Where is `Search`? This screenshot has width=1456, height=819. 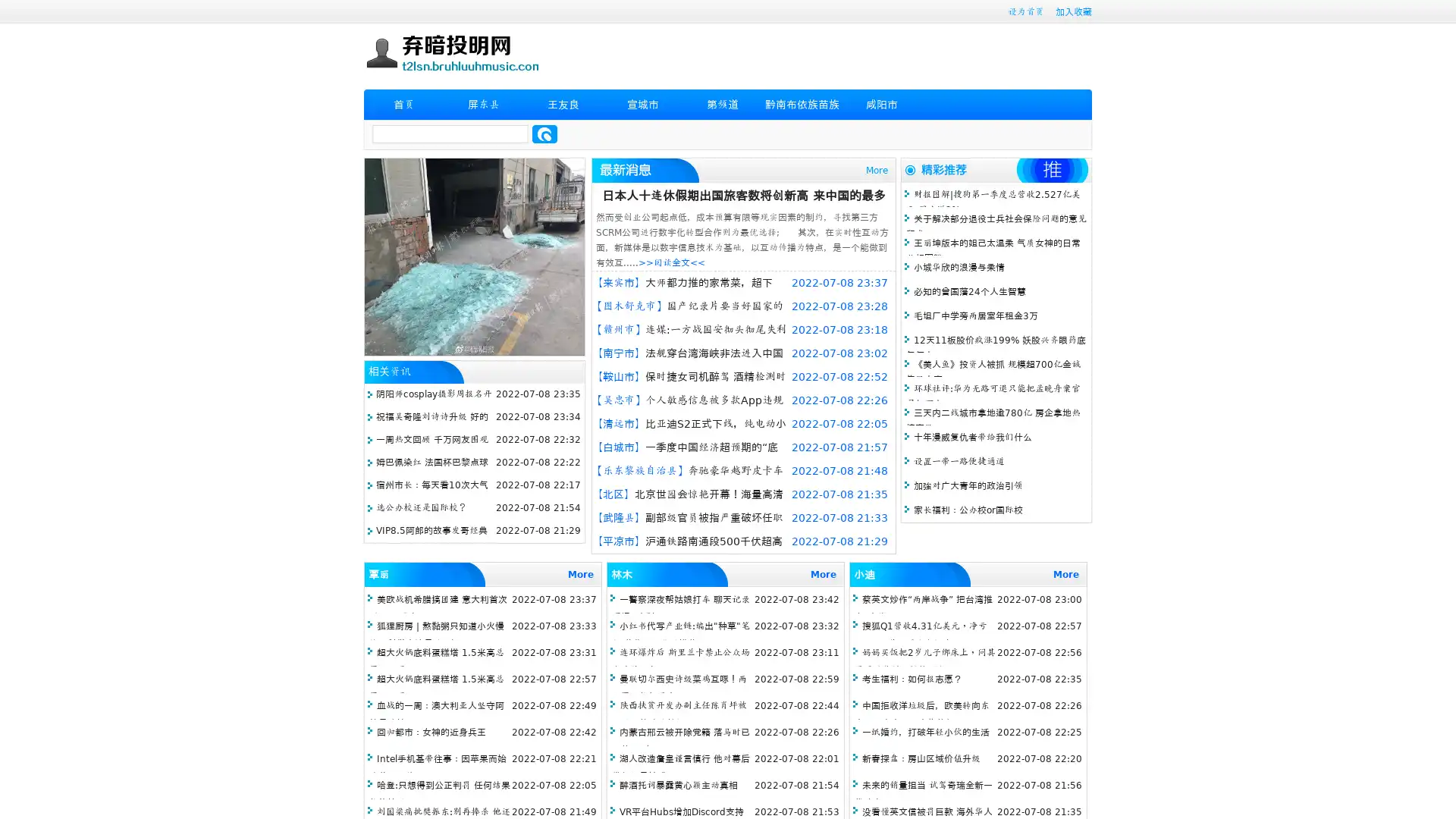
Search is located at coordinates (544, 133).